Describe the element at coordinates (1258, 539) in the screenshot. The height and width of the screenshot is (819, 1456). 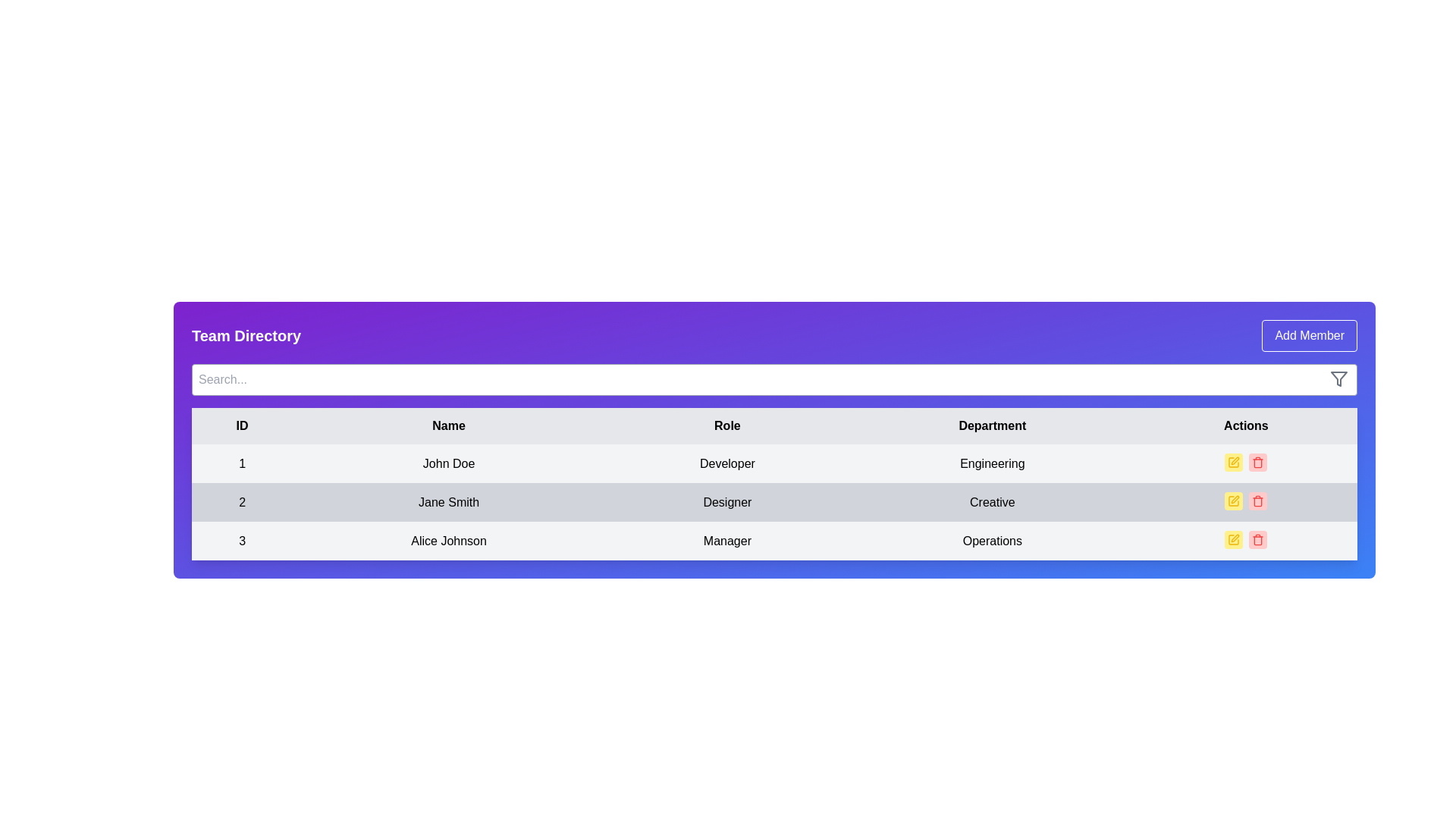
I see `the trash can icon located in the 'Actions' column of the 'Operations' row` at that location.